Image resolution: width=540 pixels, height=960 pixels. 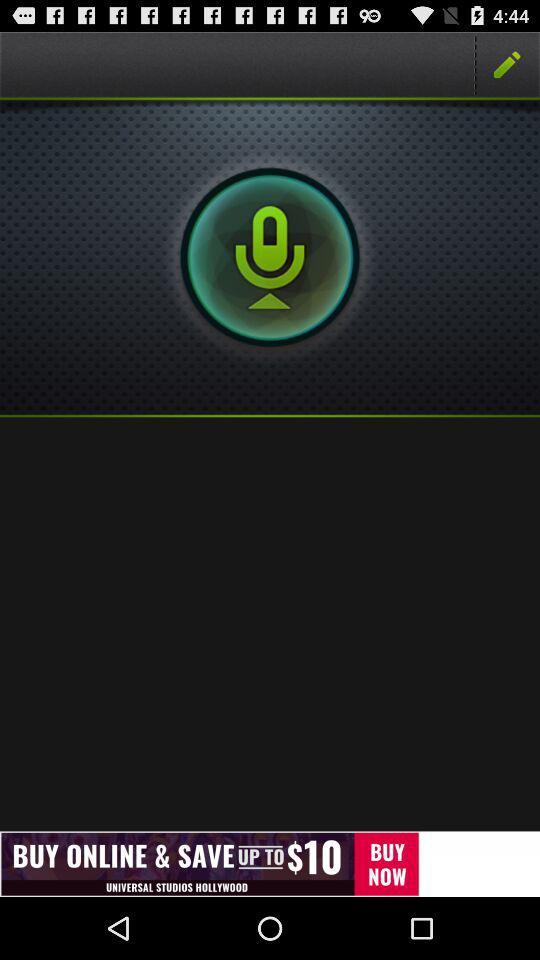 I want to click on the item at the top, so click(x=270, y=256).